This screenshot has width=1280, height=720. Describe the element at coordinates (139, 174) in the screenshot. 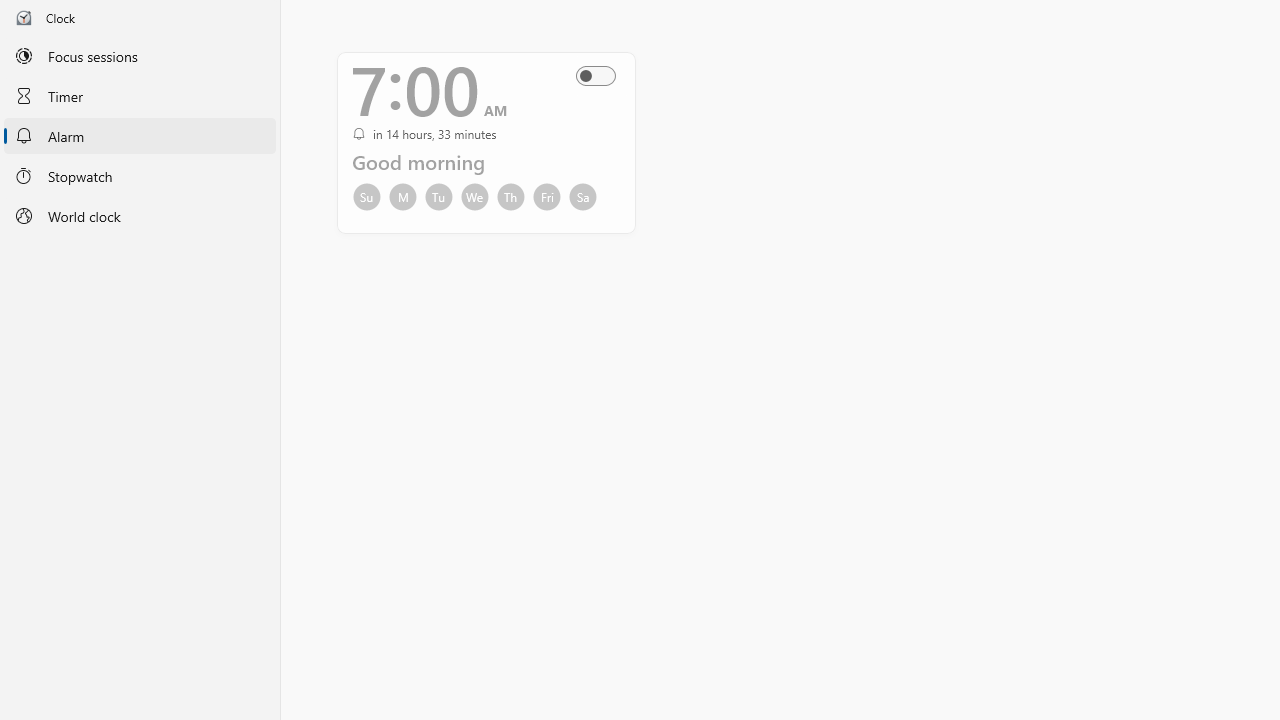

I see `'Stopwatch'` at that location.